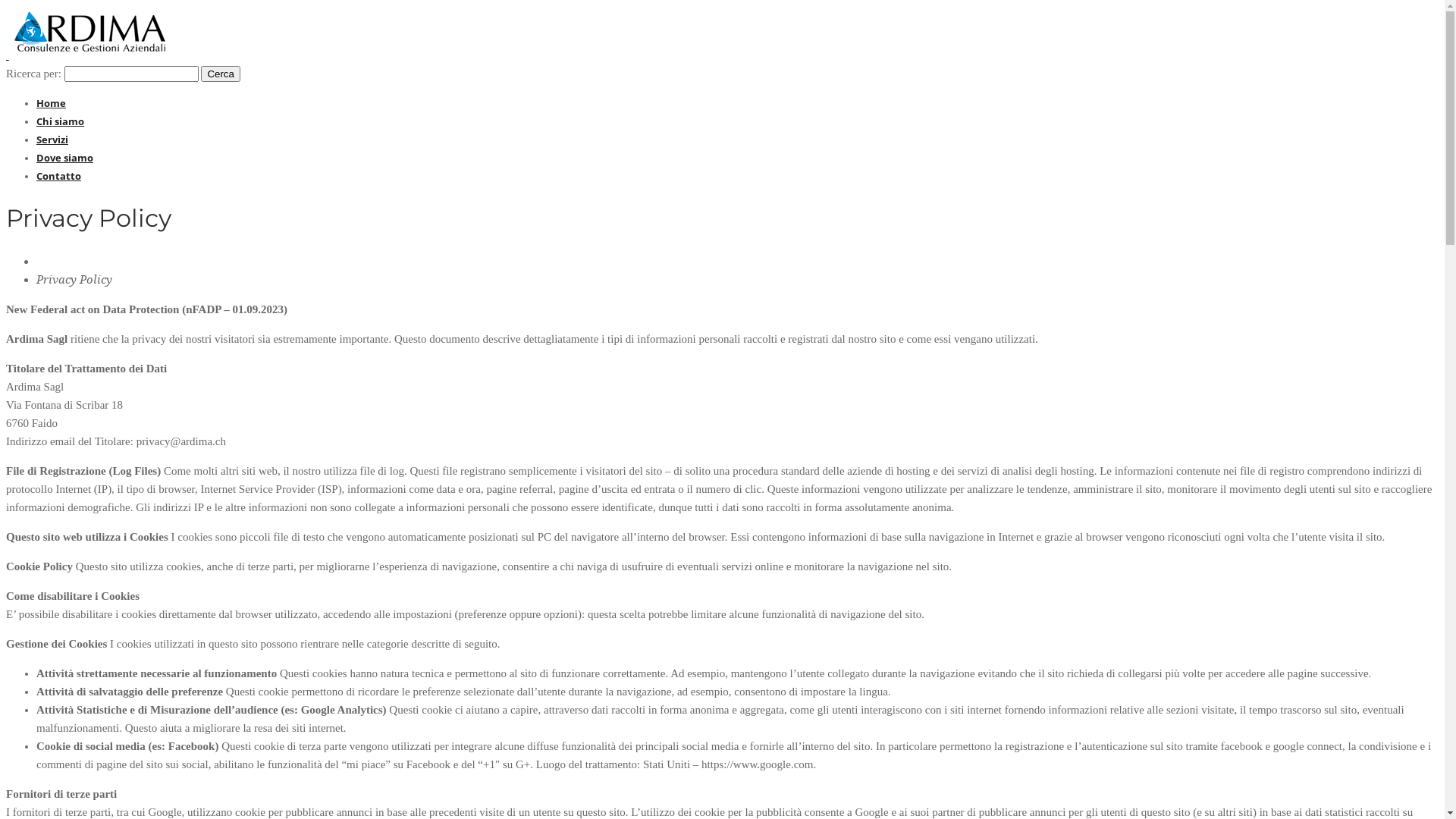 This screenshot has width=1456, height=819. Describe the element at coordinates (220, 74) in the screenshot. I see `'Cerca'` at that location.